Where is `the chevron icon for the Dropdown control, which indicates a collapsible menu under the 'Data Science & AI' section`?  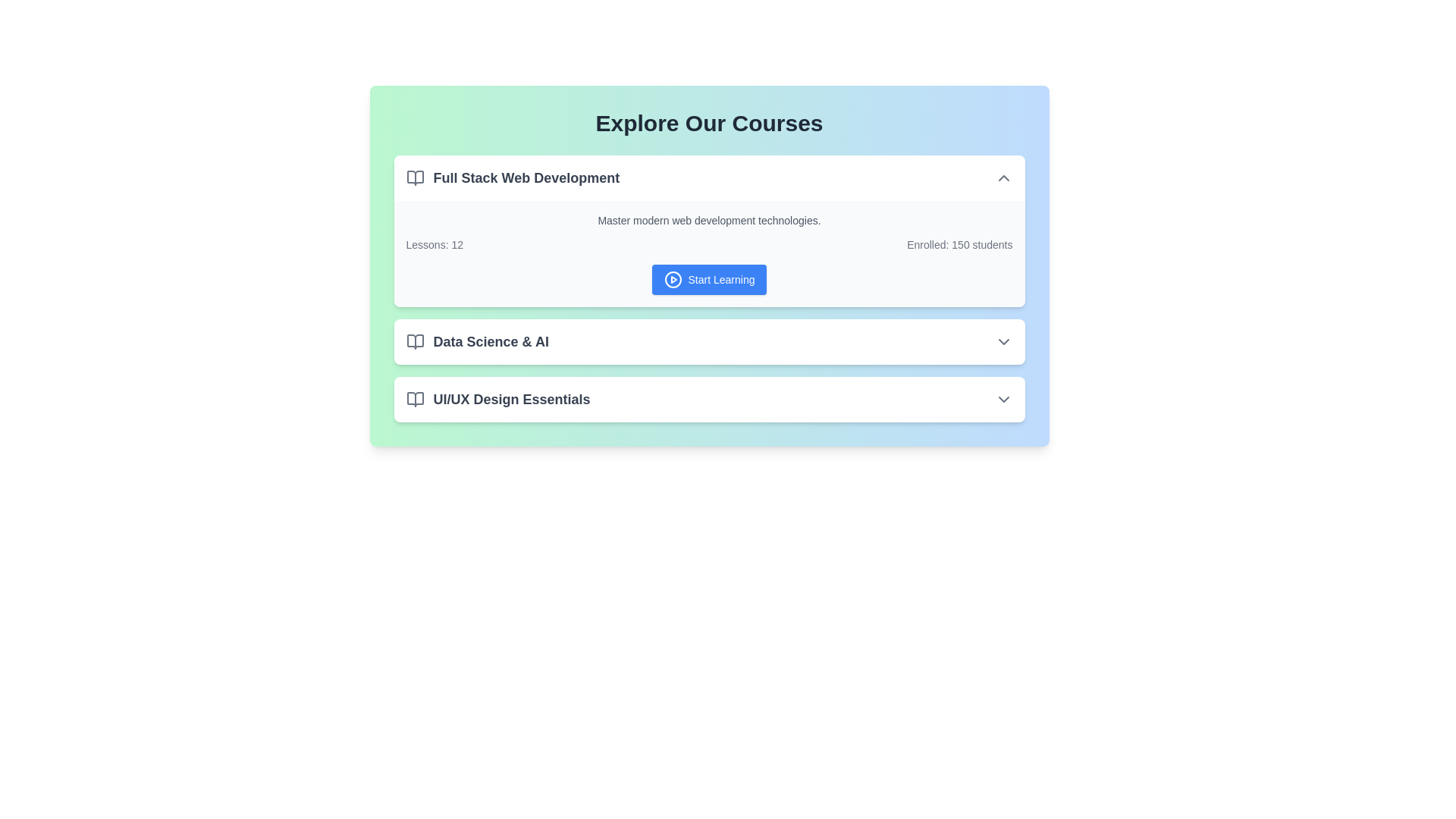 the chevron icon for the Dropdown control, which indicates a collapsible menu under the 'Data Science & AI' section is located at coordinates (1003, 342).